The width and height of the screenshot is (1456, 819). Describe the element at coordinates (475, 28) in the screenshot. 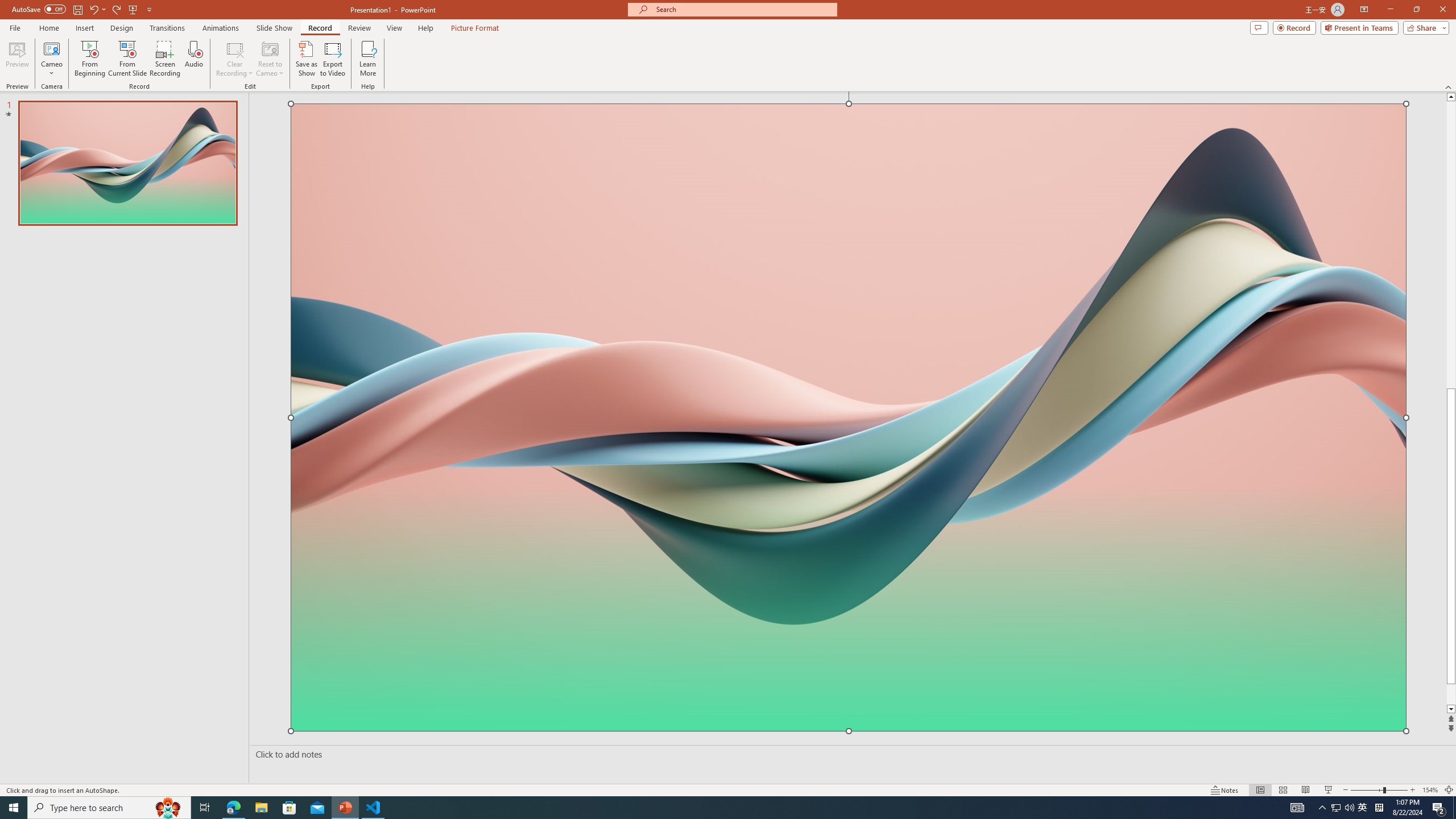

I see `'Picture Format'` at that location.